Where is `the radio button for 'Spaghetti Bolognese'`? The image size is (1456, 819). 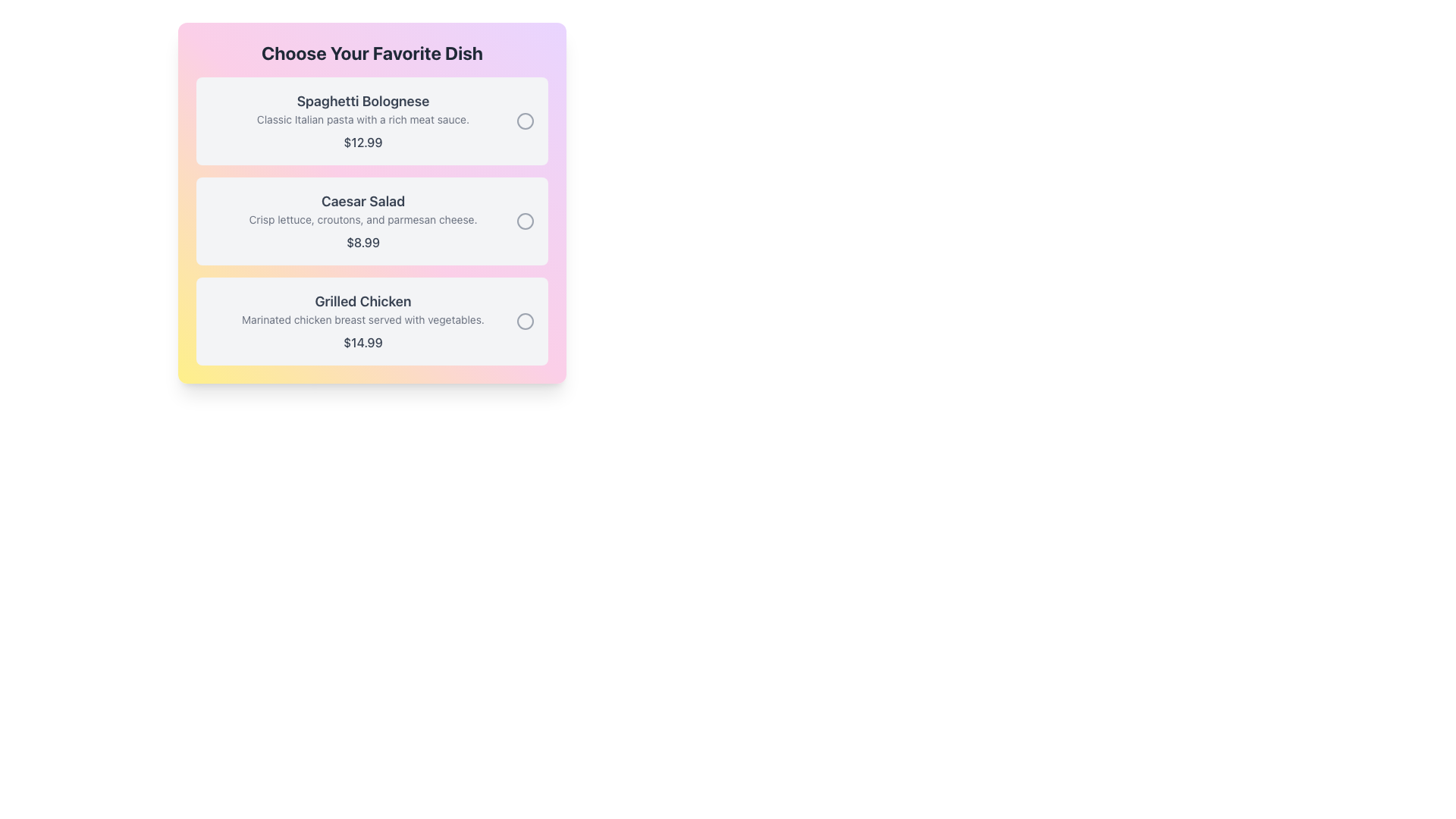 the radio button for 'Spaghetti Bolognese' is located at coordinates (525, 120).